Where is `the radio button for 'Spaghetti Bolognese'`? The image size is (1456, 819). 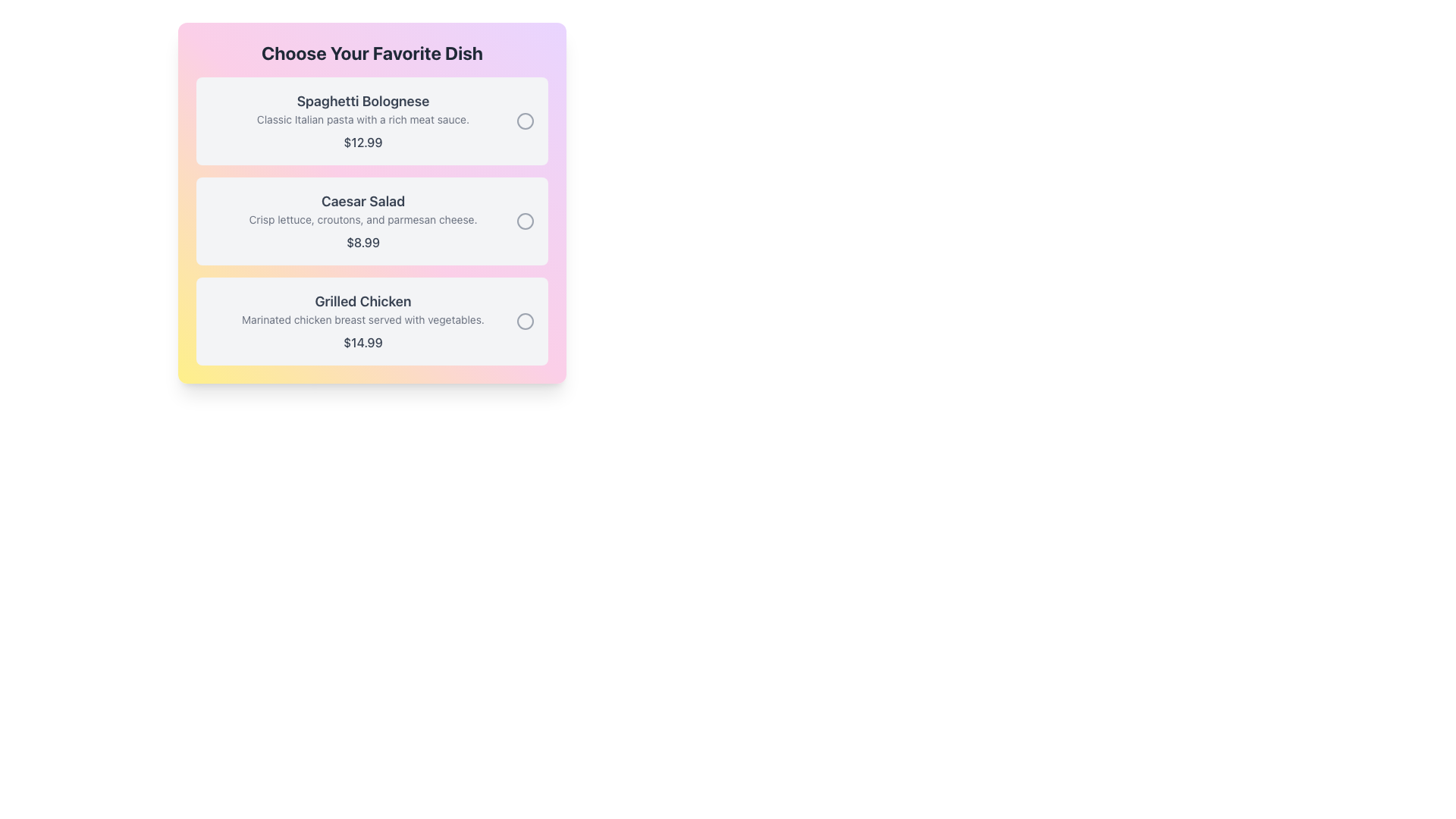 the radio button for 'Spaghetti Bolognese' is located at coordinates (525, 120).